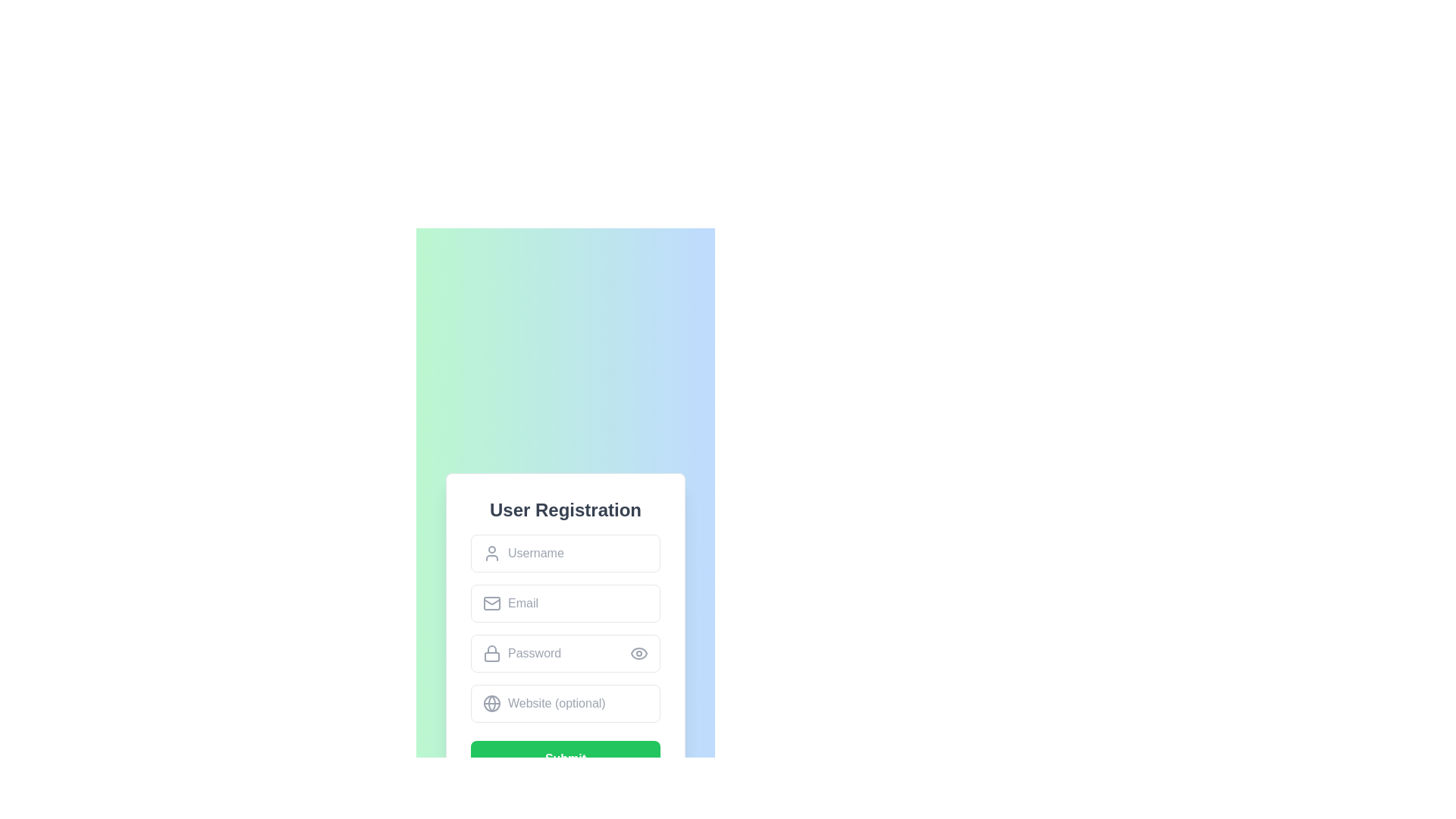 The height and width of the screenshot is (819, 1456). I want to click on the Text input field for website URL located above the submission button to focus the input, so click(564, 704).